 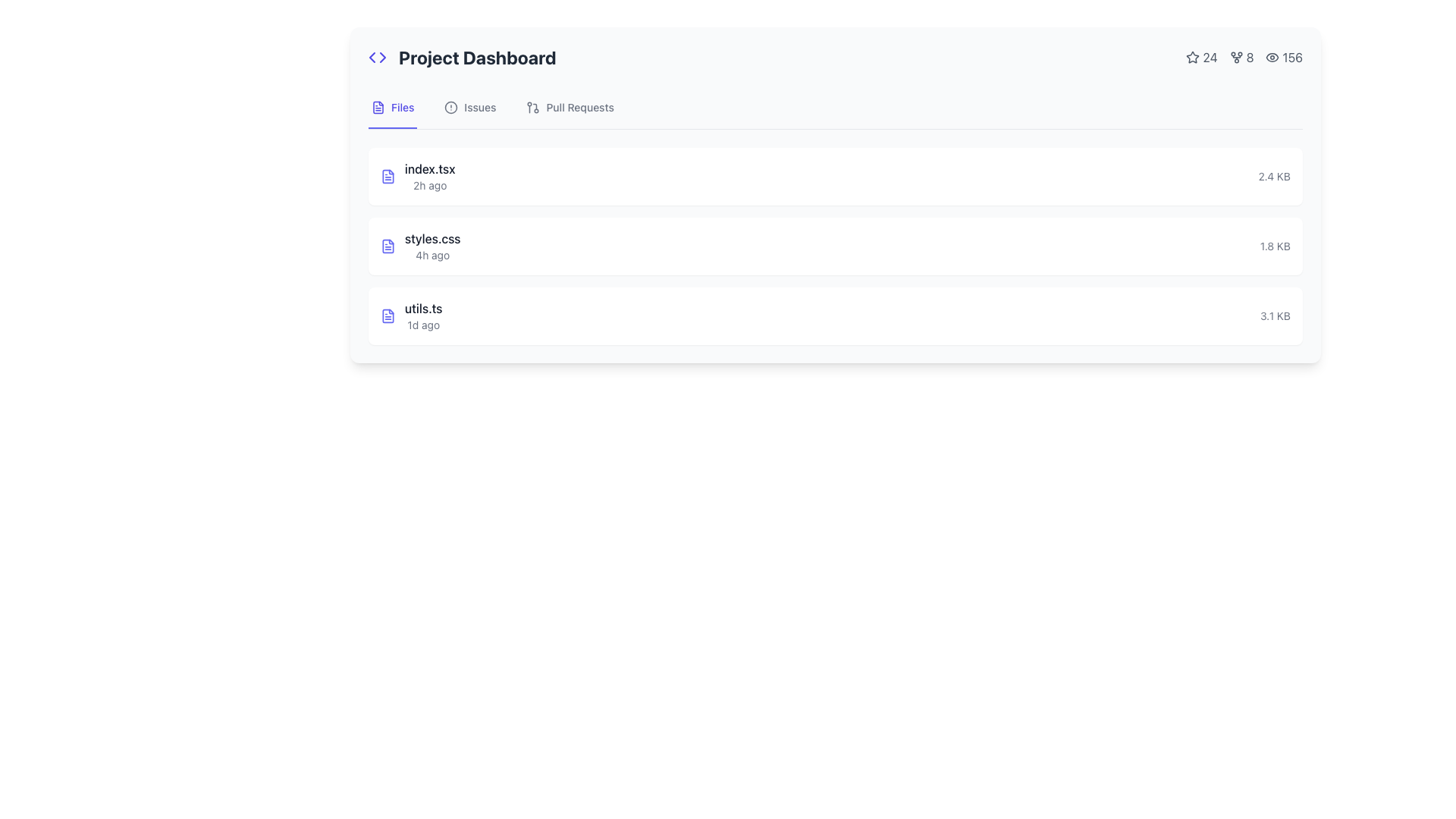 What do you see at coordinates (1274, 245) in the screenshot?
I see `the Label displaying the size of the 'styles.css' file, which is positioned to the far-right in a flex layout, aligned horizontally with the file name` at bounding box center [1274, 245].